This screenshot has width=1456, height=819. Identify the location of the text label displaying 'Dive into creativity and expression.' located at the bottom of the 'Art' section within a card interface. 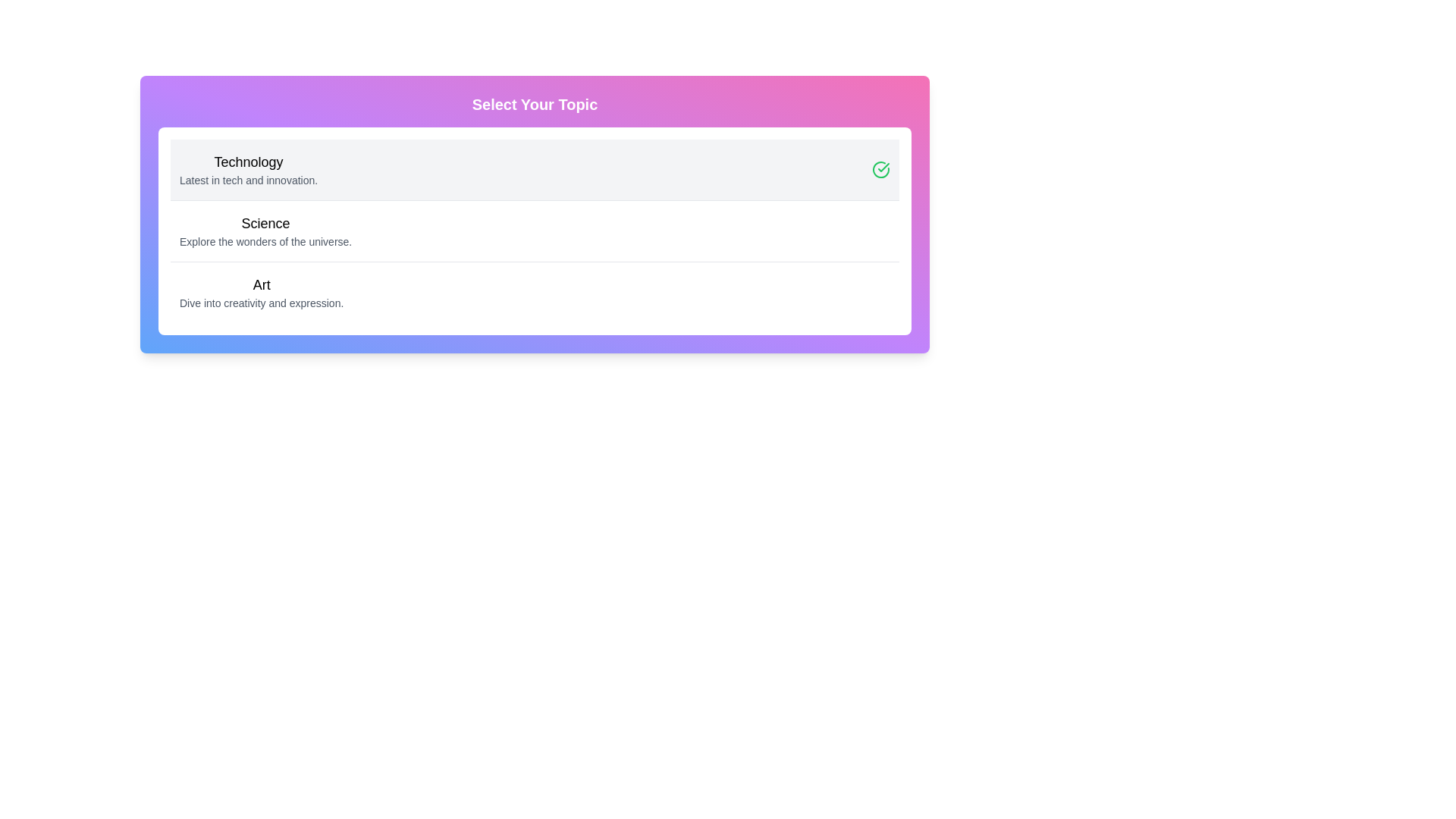
(262, 303).